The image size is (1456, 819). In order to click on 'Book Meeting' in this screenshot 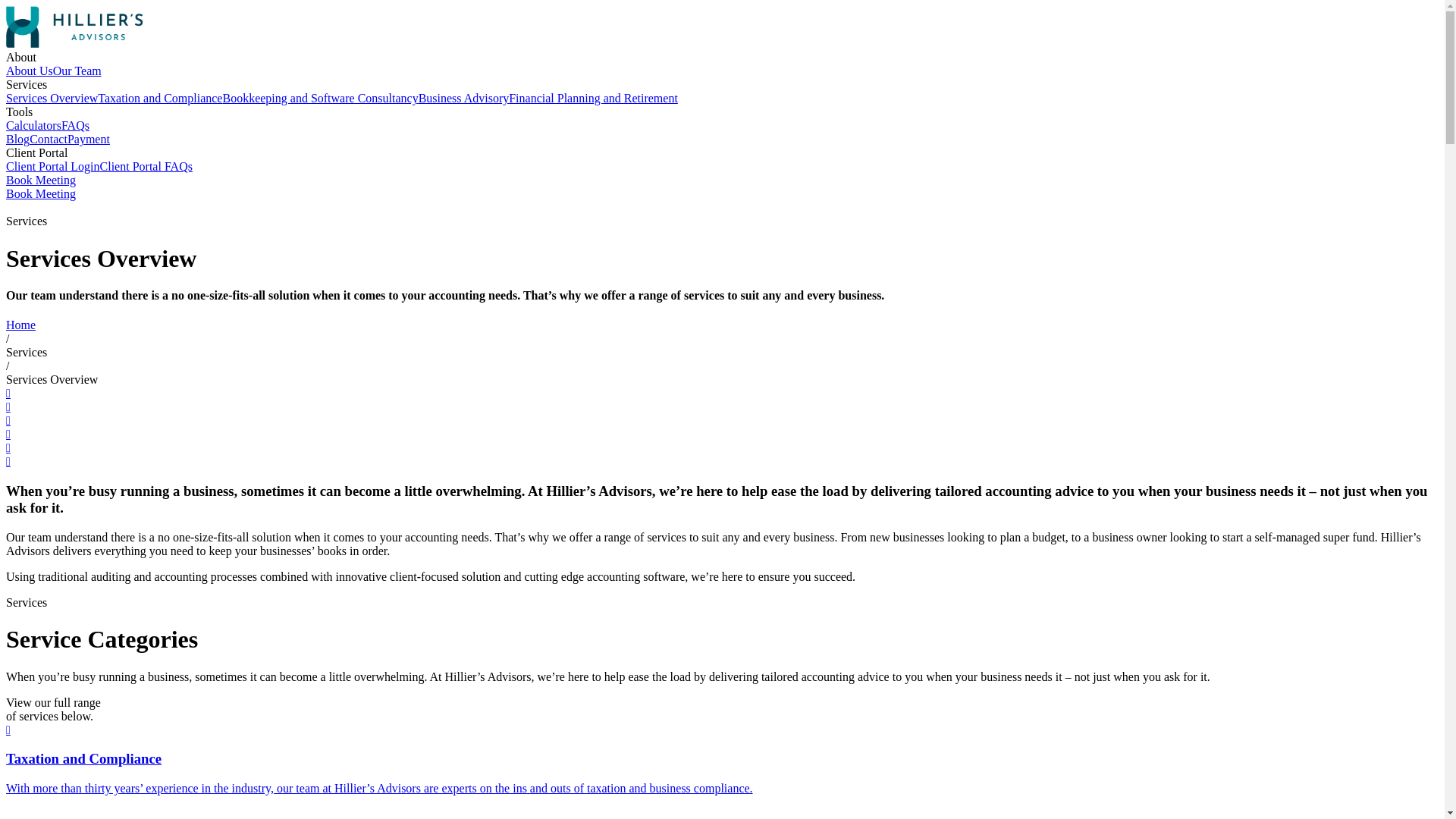, I will do `click(6, 179)`.